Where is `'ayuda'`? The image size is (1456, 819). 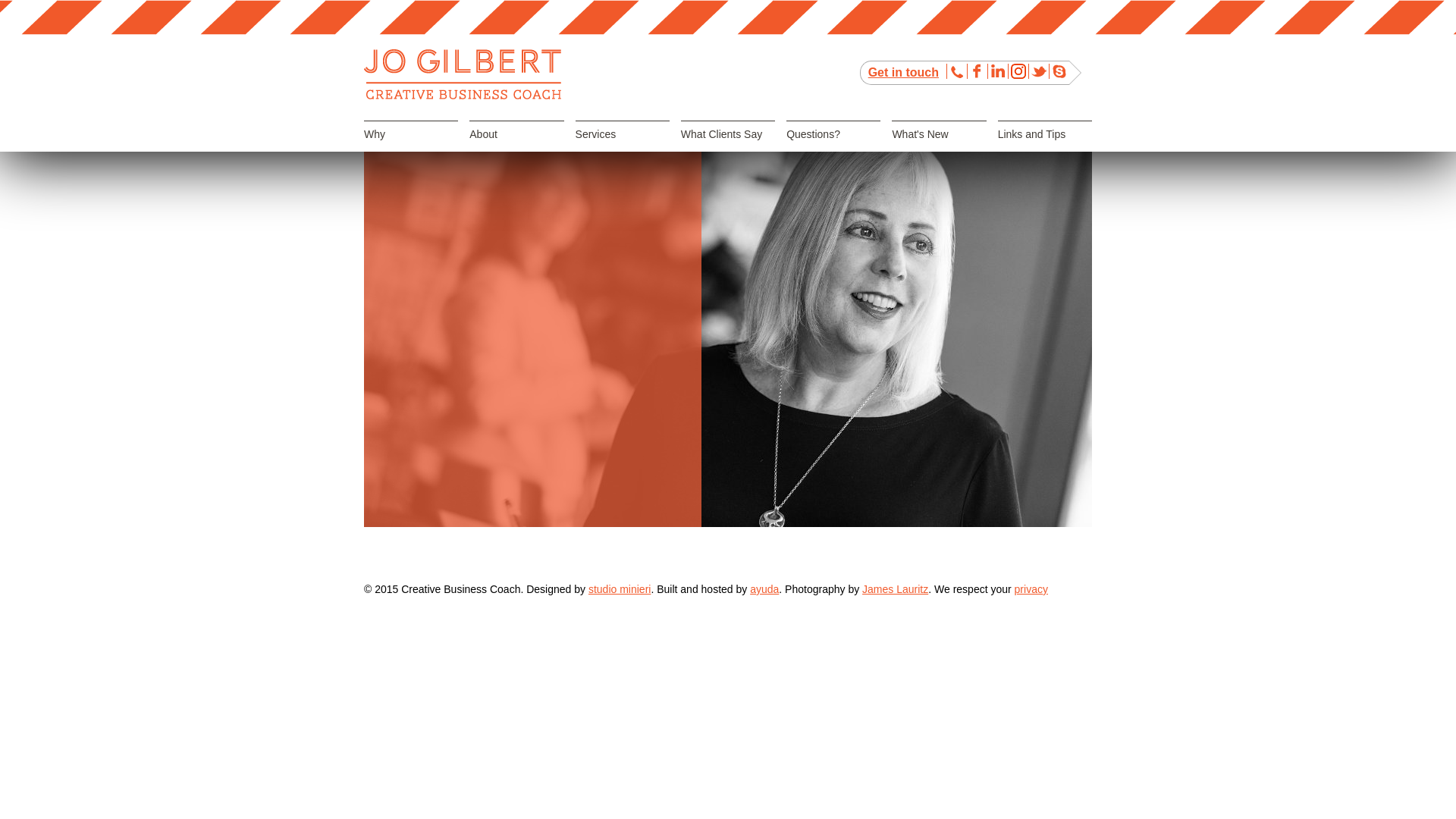
'ayuda' is located at coordinates (764, 588).